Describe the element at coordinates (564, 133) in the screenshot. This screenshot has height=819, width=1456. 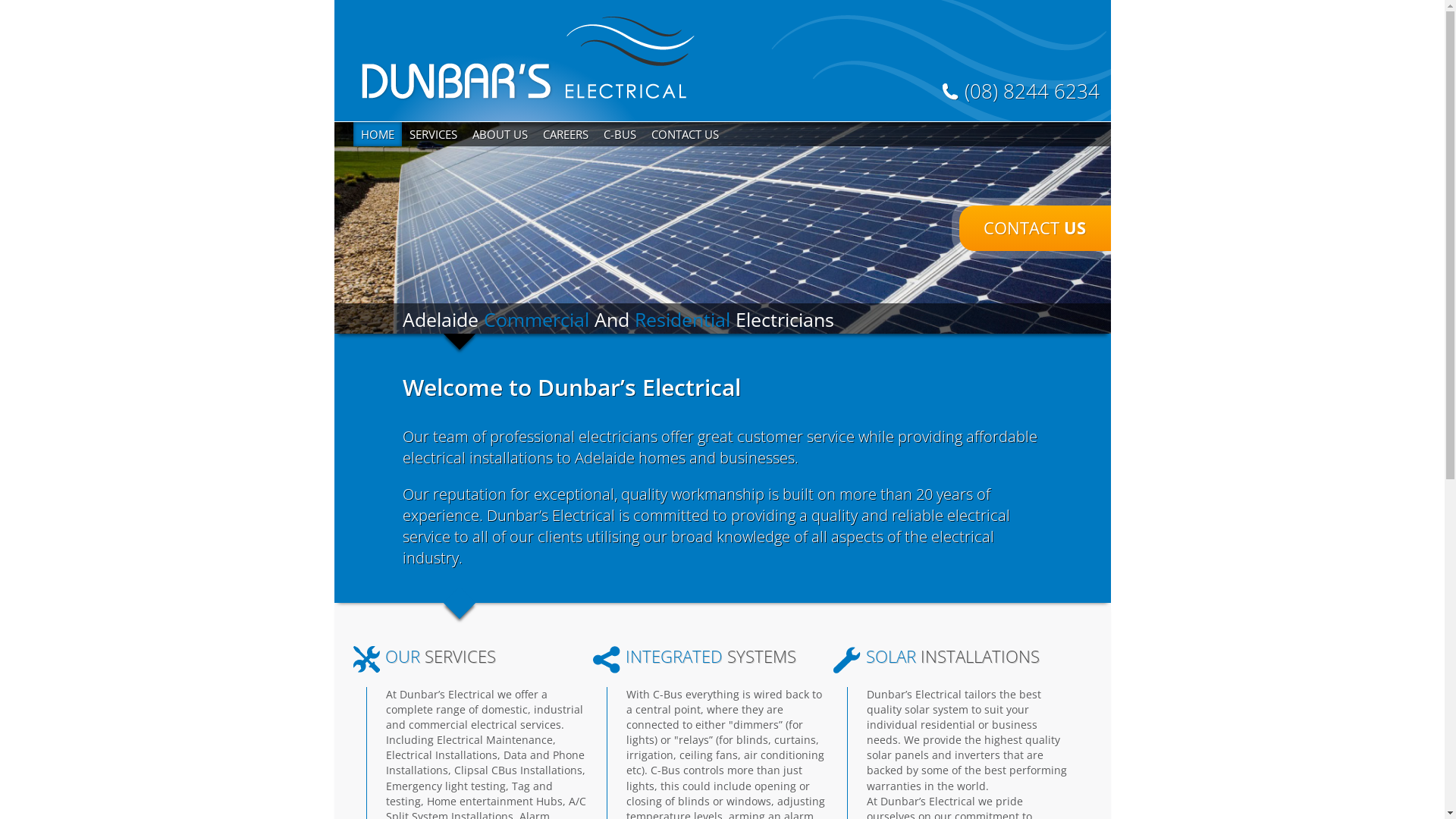
I see `'CAREERS'` at that location.